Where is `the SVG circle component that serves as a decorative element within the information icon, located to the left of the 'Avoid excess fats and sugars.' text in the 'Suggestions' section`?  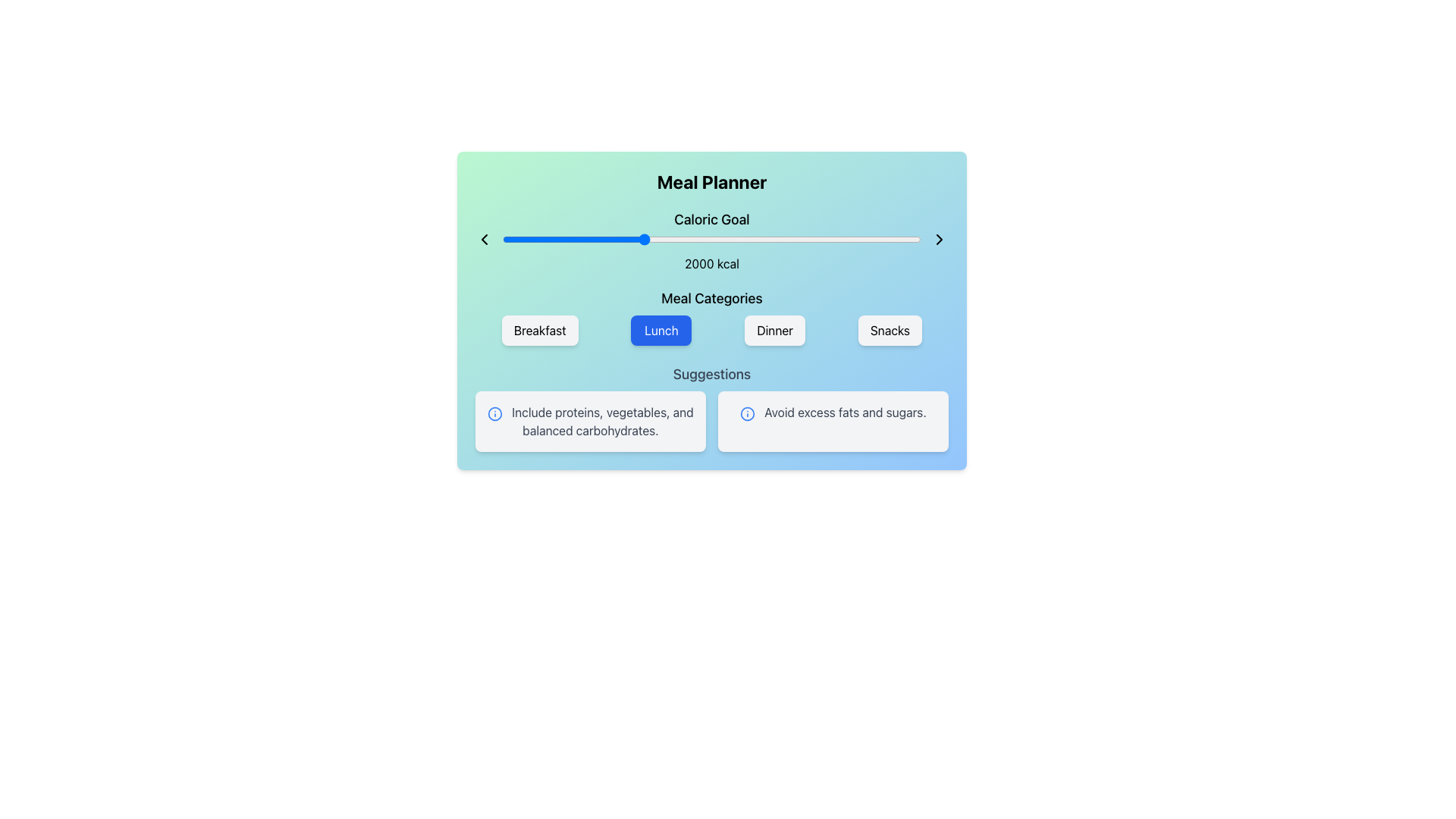 the SVG circle component that serves as a decorative element within the information icon, located to the left of the 'Avoid excess fats and sugars.' text in the 'Suggestions' section is located at coordinates (495, 413).